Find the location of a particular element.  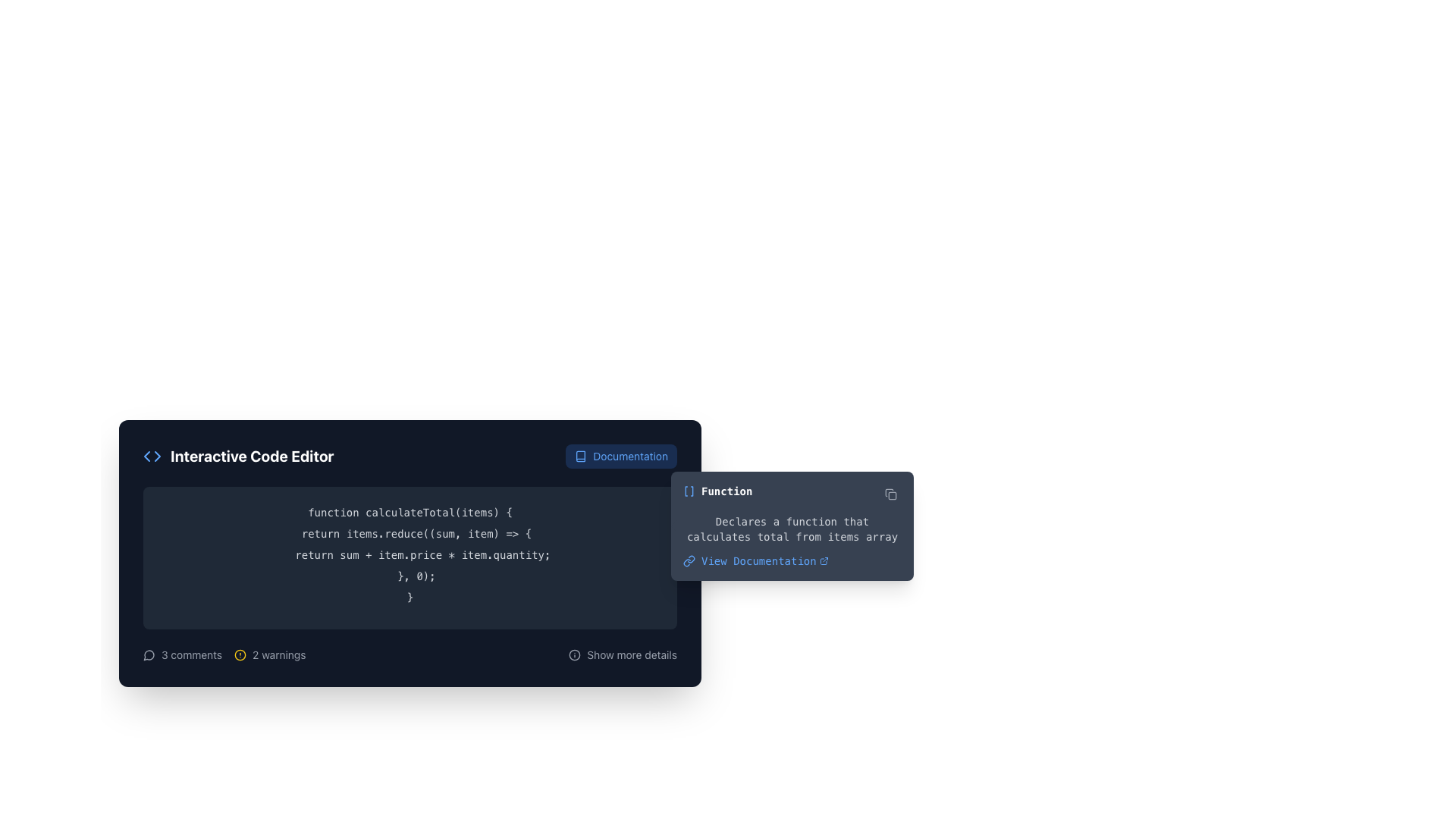

the second visible line in the code block of the Interactive Code Editor that displays JavaScript code implementing a reducer concept is located at coordinates (410, 533).